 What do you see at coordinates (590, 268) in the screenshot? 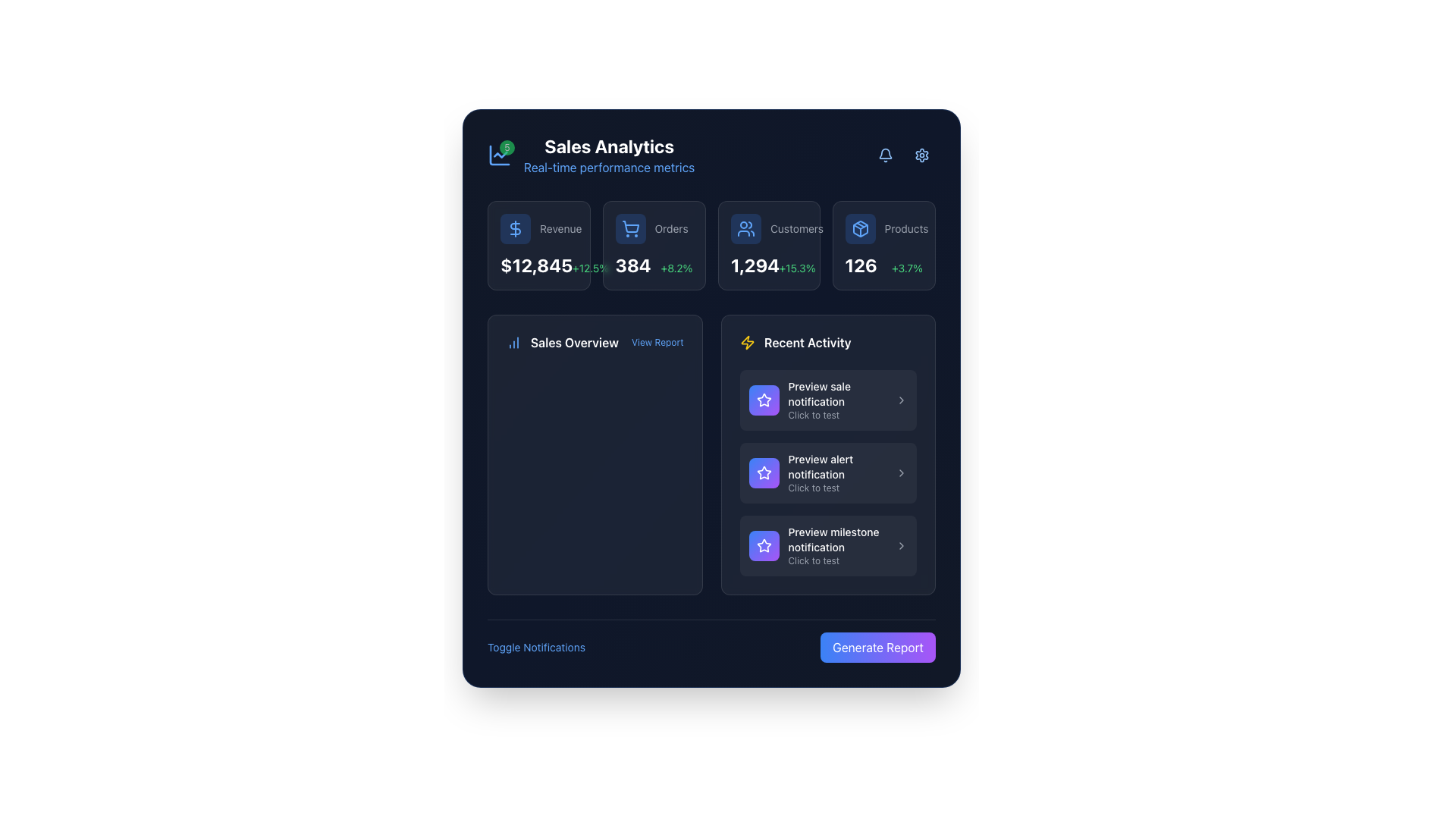
I see `the text label displaying '+12.5%' which is styled in green and is part of the 'Revenue' section card, positioned to the right of '$12,845'` at bounding box center [590, 268].